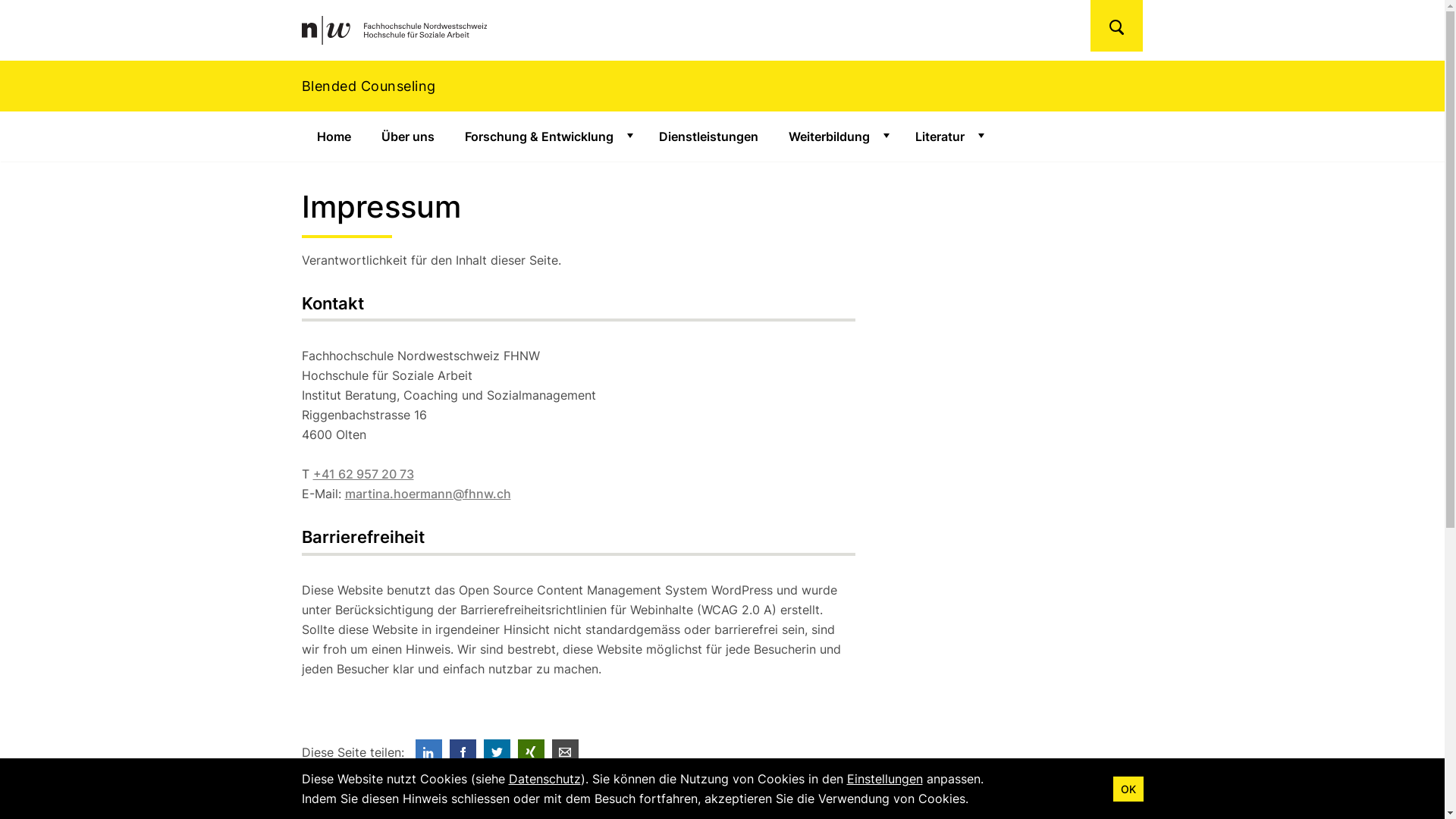 This screenshot has height=819, width=1456. I want to click on 'Auf Facebook teilen', so click(461, 752).